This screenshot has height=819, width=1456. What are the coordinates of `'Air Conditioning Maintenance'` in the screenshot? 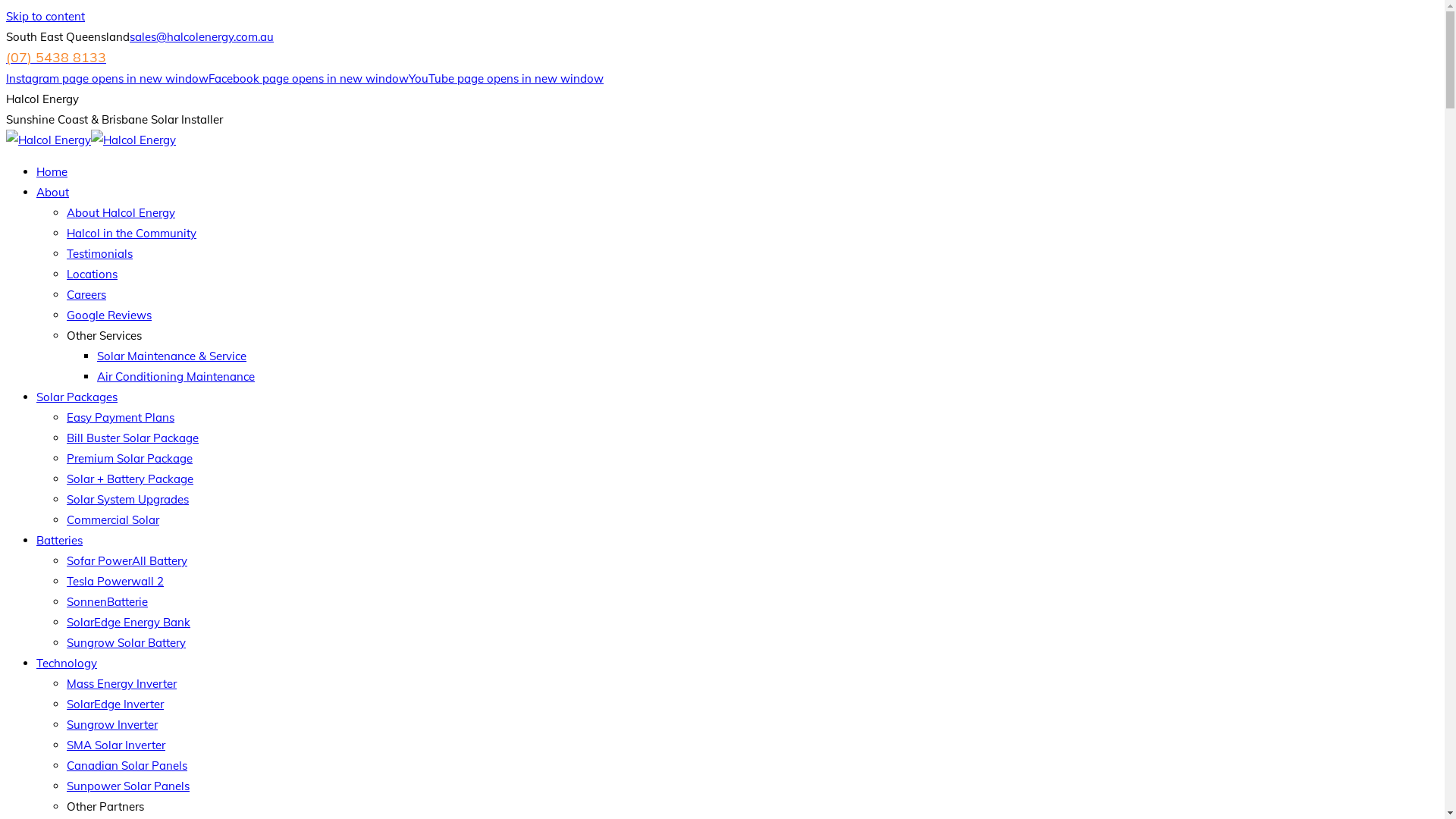 It's located at (175, 375).